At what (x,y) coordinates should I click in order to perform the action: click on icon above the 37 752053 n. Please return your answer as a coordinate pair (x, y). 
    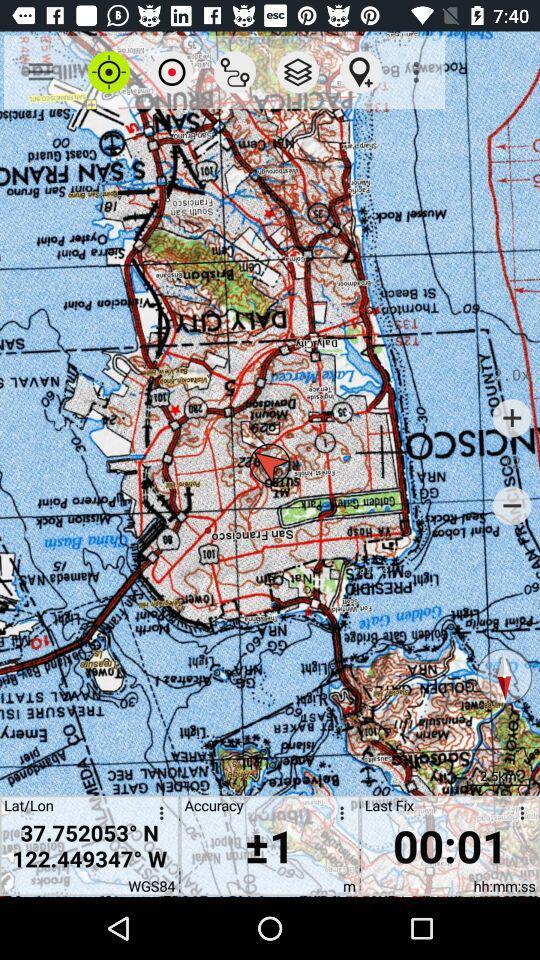
    Looking at the image, I should click on (172, 72).